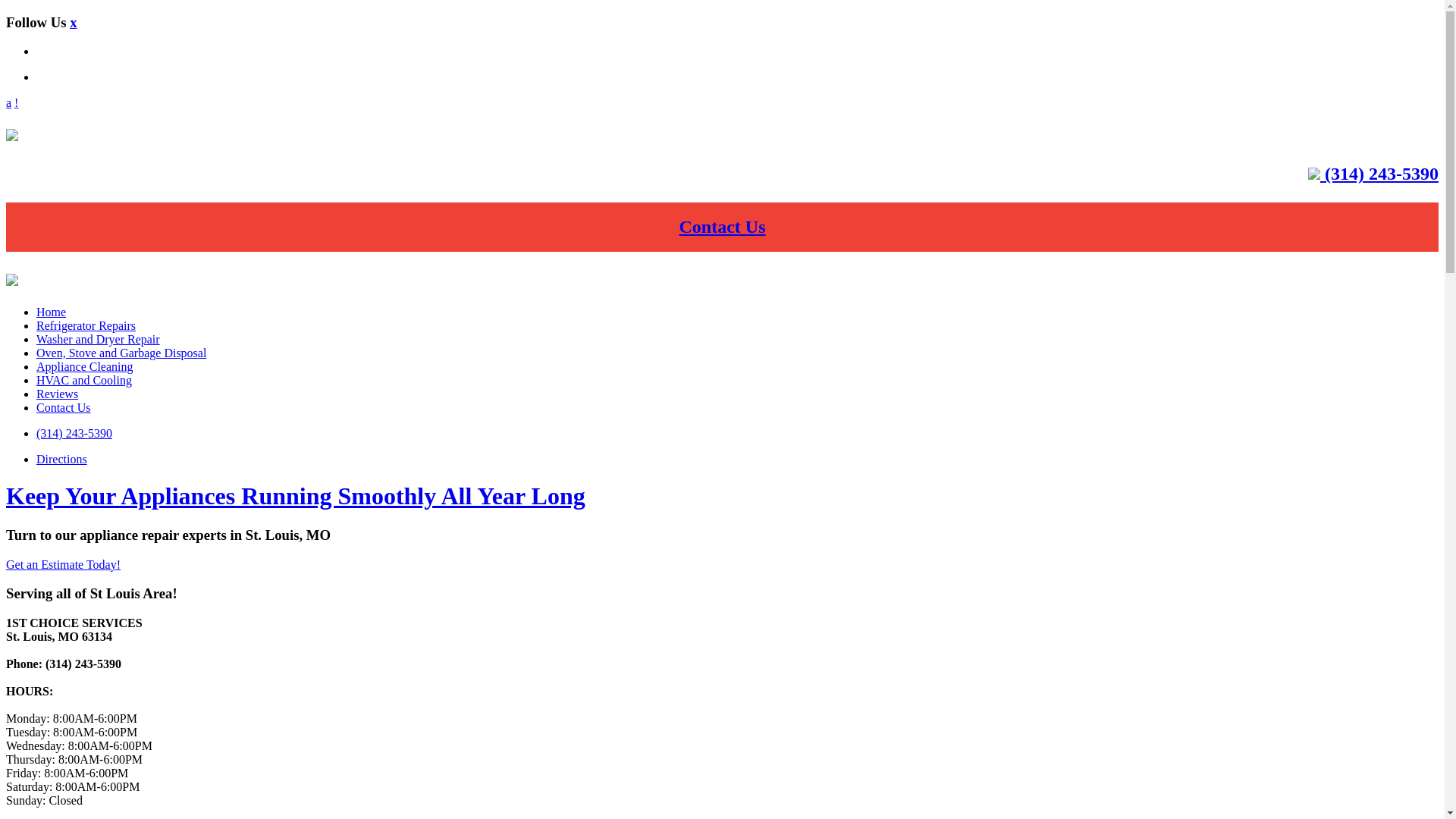 This screenshot has width=1456, height=819. I want to click on 'Appliance Cleaning', so click(83, 366).